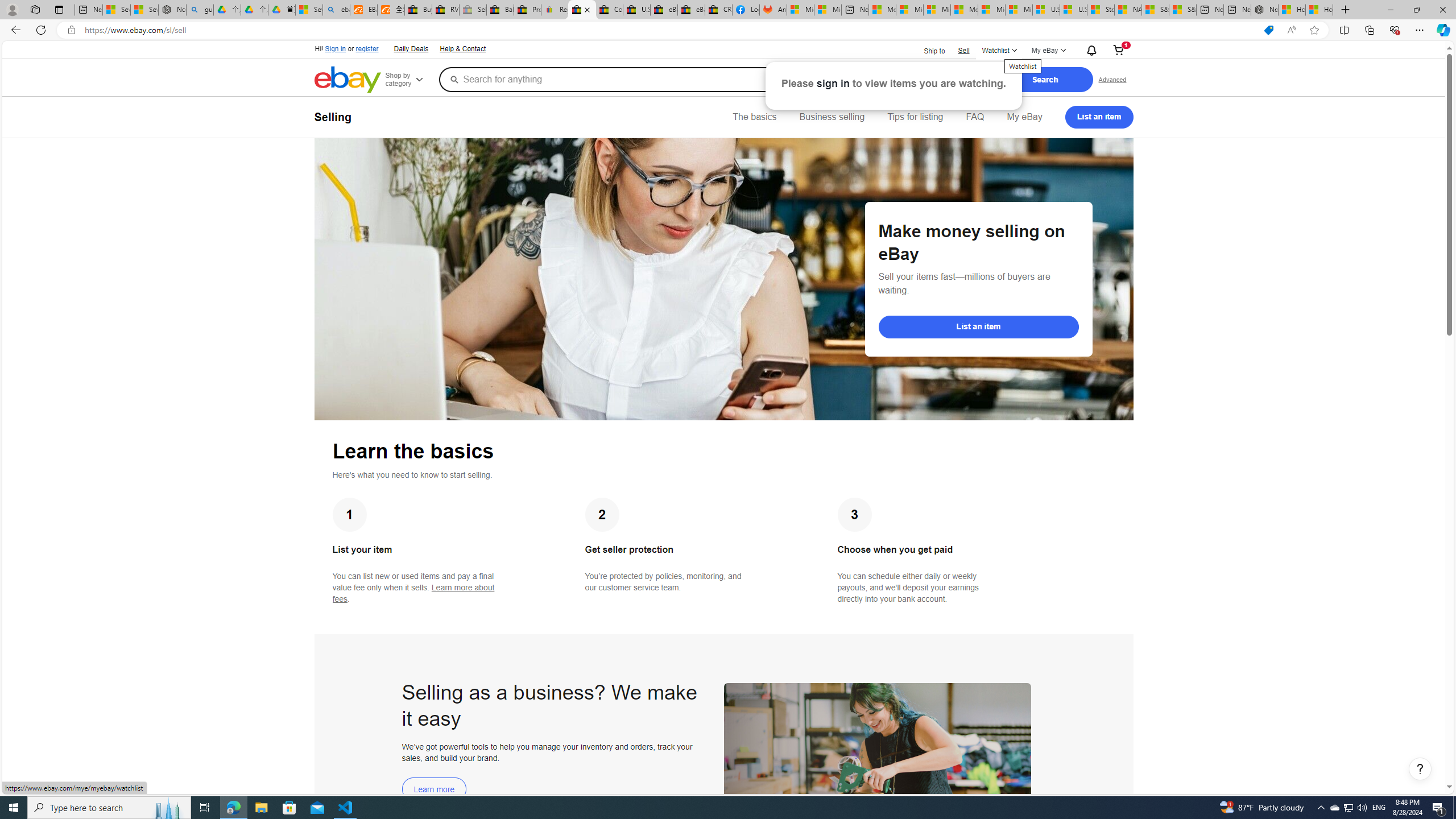 Image resolution: width=1456 pixels, height=819 pixels. What do you see at coordinates (832, 116) in the screenshot?
I see `'Business selling'` at bounding box center [832, 116].